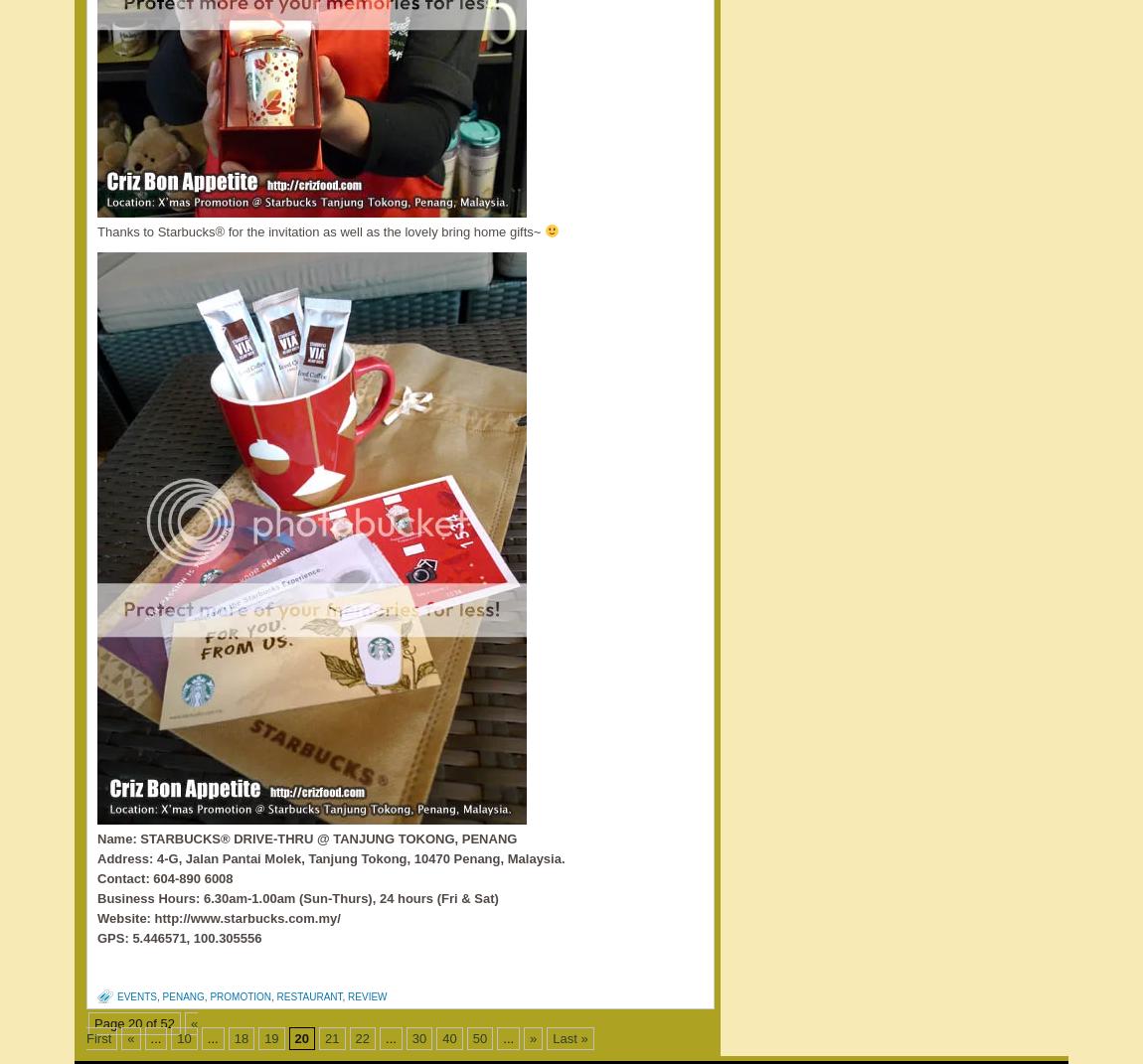 The width and height of the screenshot is (1143, 1064). What do you see at coordinates (307, 838) in the screenshot?
I see `'Name: STARBUCKS® DRIVE-THRU @ TANJUNG TOKONG, PENANG'` at bounding box center [307, 838].